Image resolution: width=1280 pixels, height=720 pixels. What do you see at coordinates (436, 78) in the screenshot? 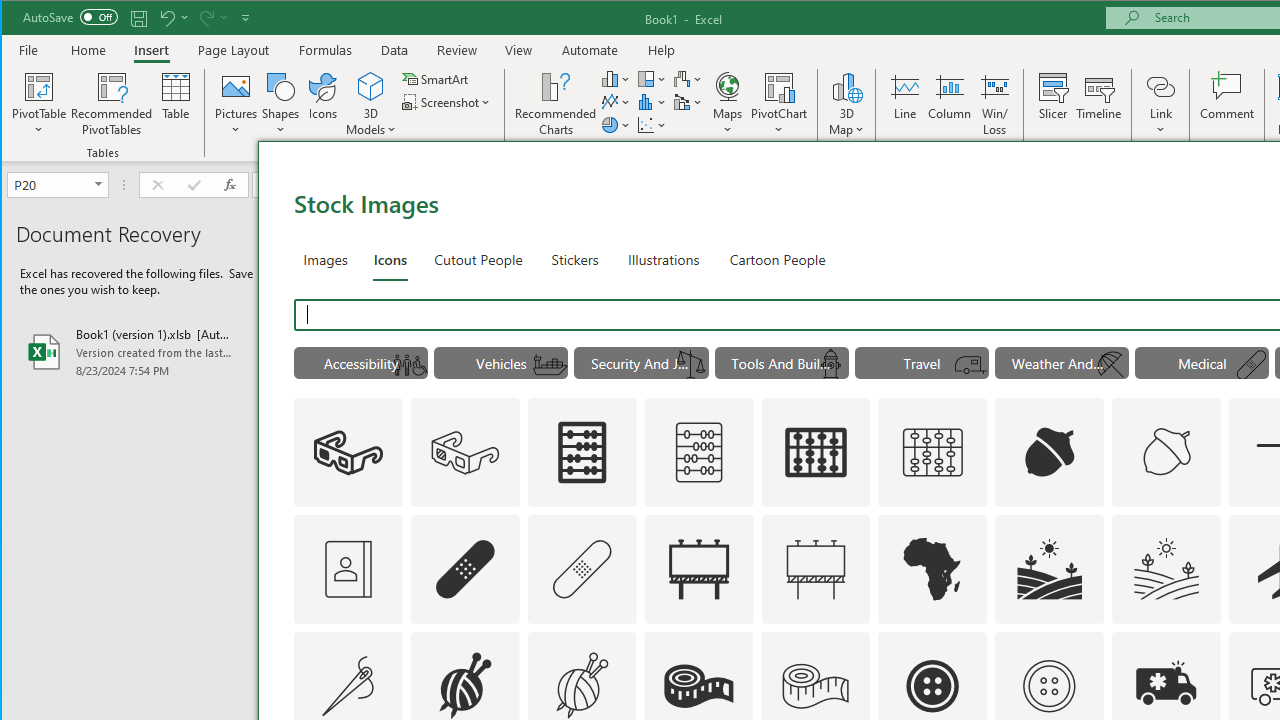
I see `'SmartArt...'` at bounding box center [436, 78].